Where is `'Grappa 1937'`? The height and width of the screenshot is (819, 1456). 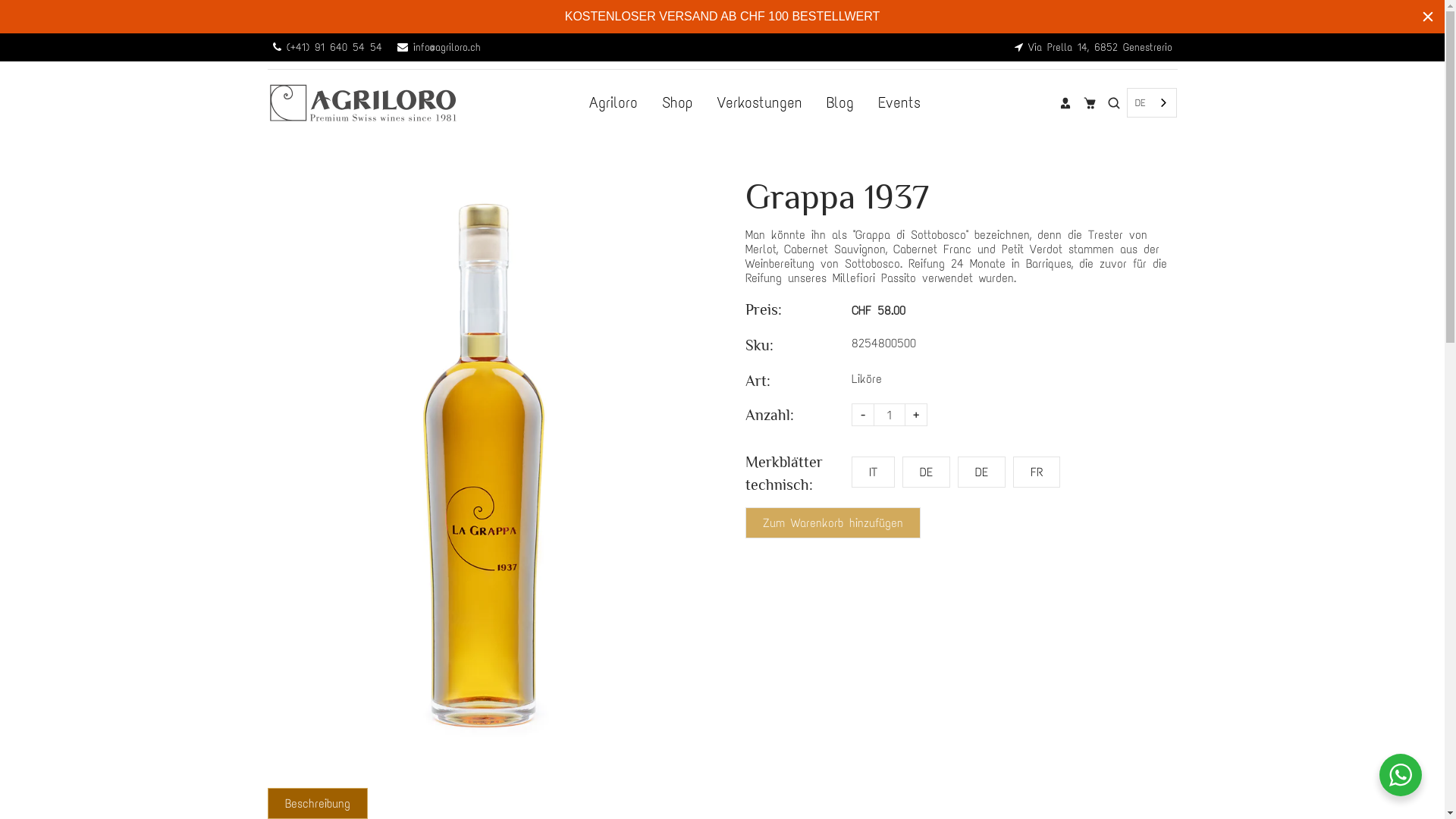 'Grappa 1937' is located at coordinates (482, 464).